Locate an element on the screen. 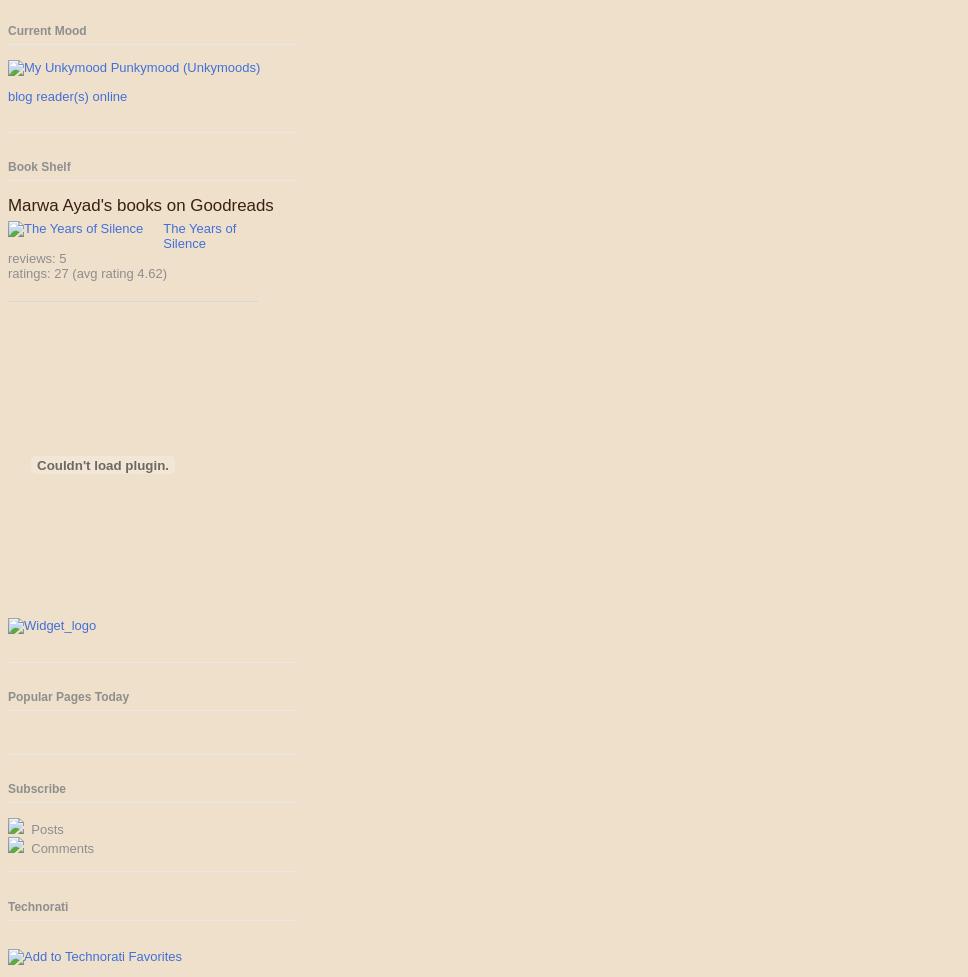 Image resolution: width=968 pixels, height=977 pixels. 'Popular Pages Today' is located at coordinates (67, 696).